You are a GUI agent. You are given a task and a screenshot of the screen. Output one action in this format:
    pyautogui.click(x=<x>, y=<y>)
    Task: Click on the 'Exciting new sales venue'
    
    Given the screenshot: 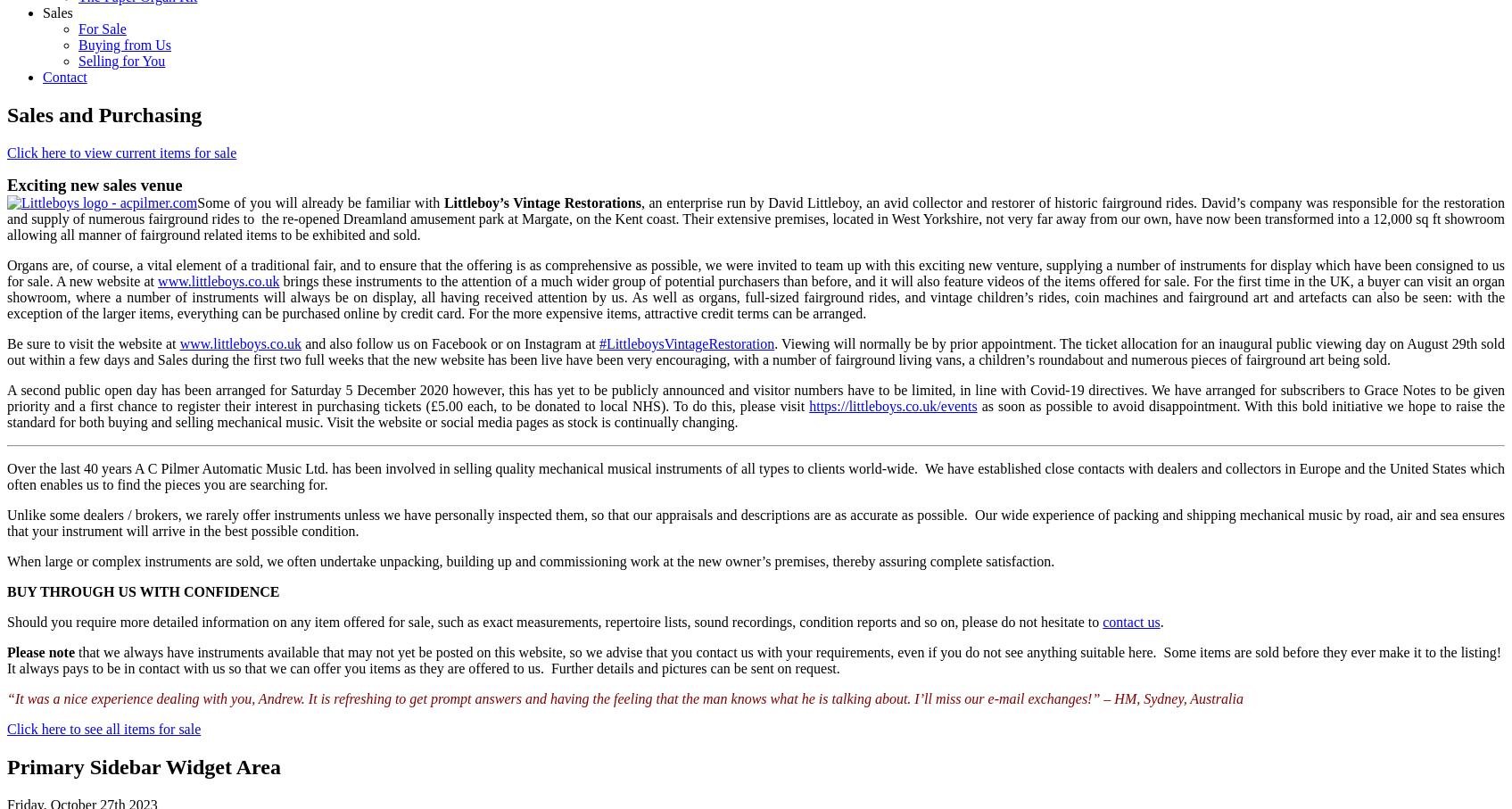 What is the action you would take?
    pyautogui.click(x=93, y=185)
    